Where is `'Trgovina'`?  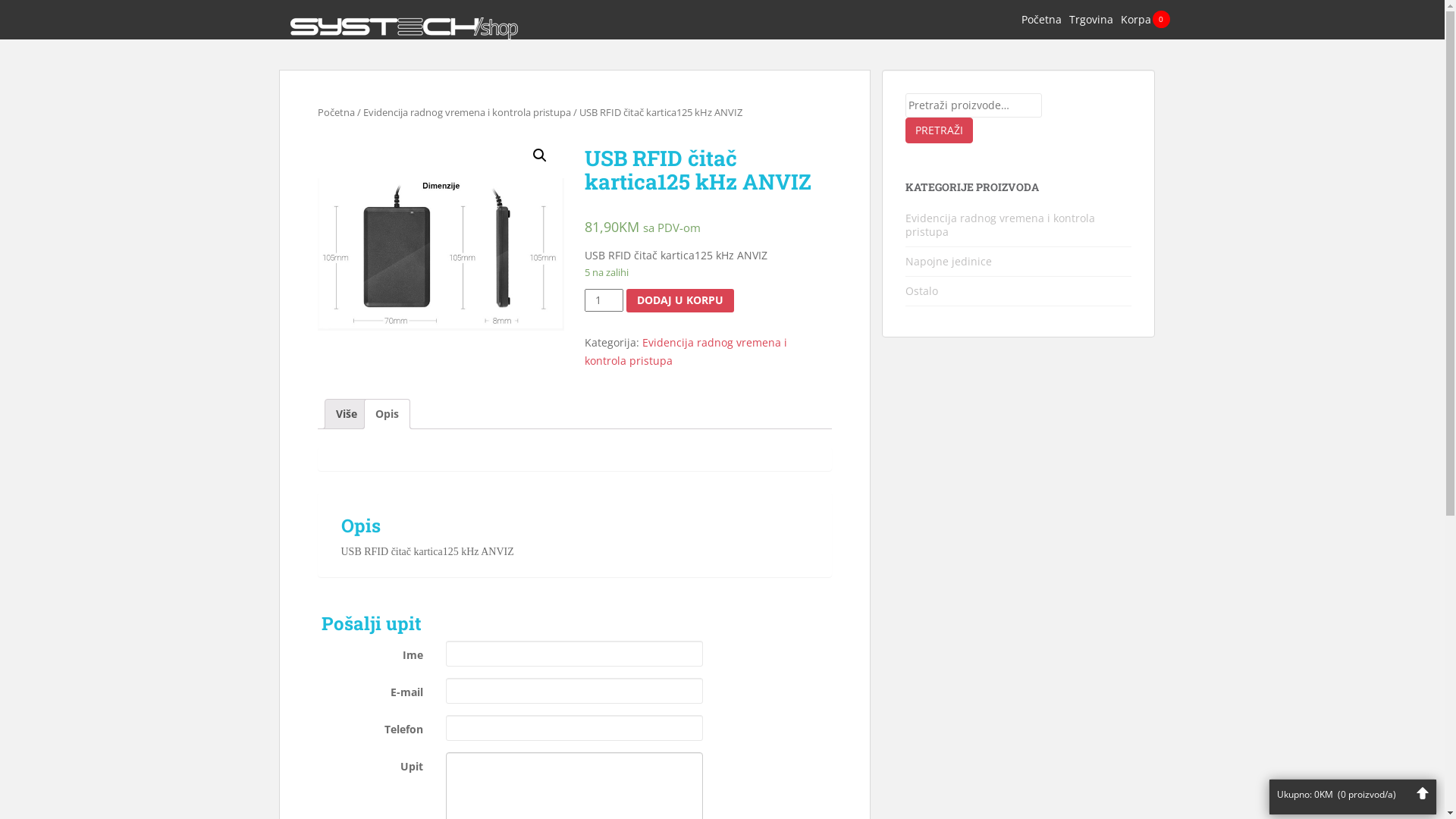 'Trgovina' is located at coordinates (1090, 19).